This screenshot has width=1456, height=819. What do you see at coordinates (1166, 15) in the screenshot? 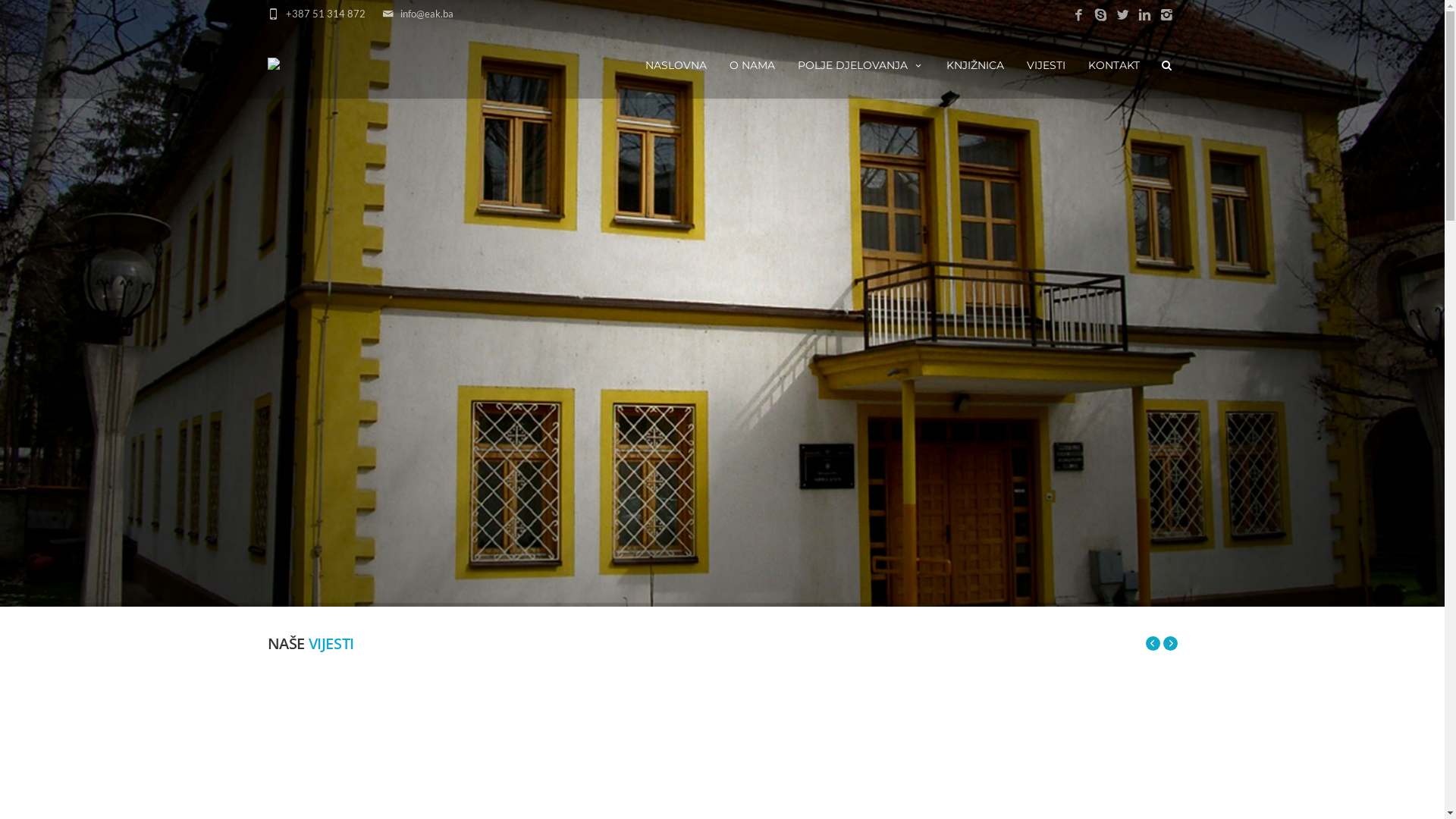
I see `'Instagram'` at bounding box center [1166, 15].